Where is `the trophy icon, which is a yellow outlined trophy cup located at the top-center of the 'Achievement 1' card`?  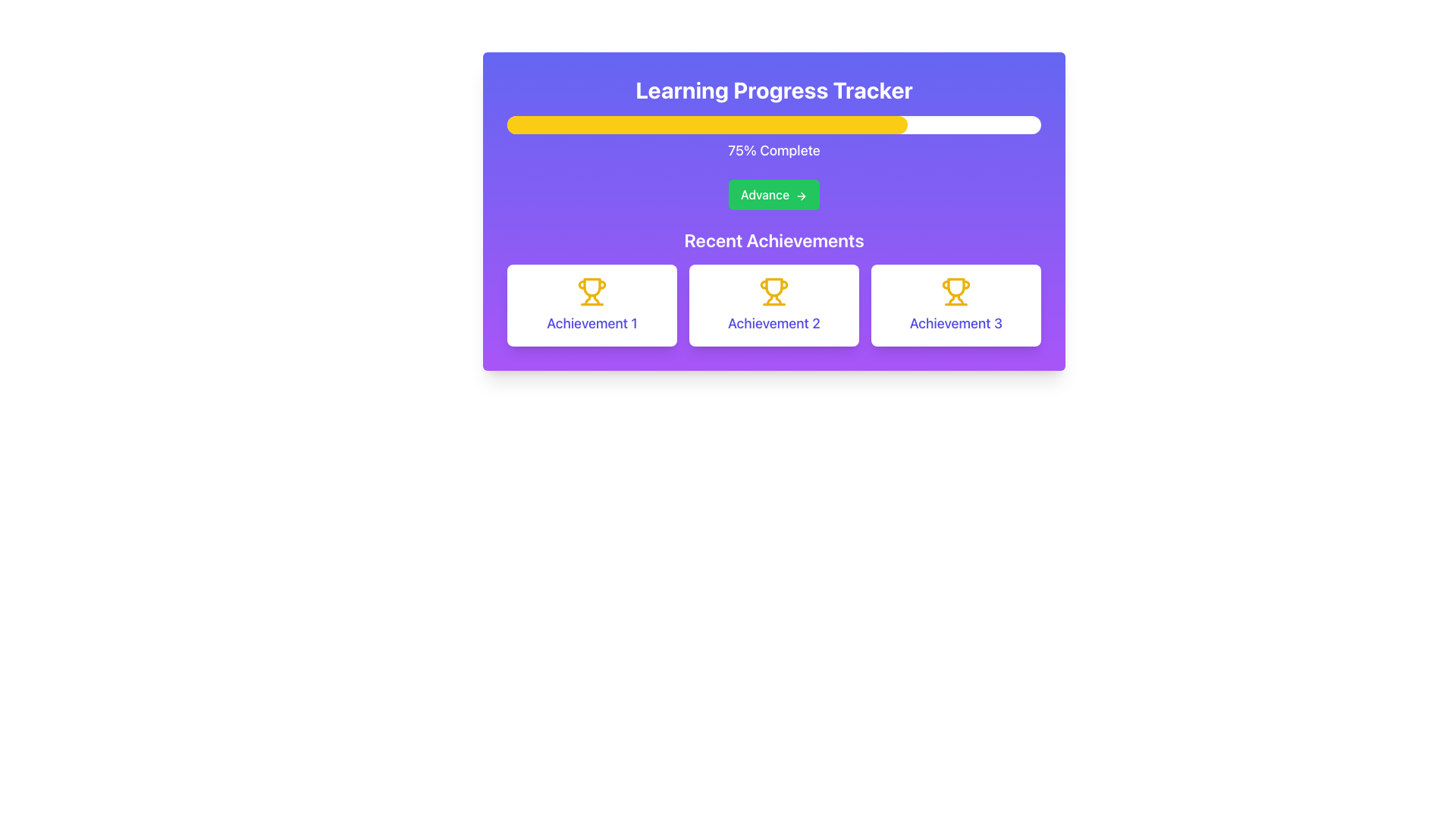 the trophy icon, which is a yellow outlined trophy cup located at the top-center of the 'Achievement 1' card is located at coordinates (591, 292).